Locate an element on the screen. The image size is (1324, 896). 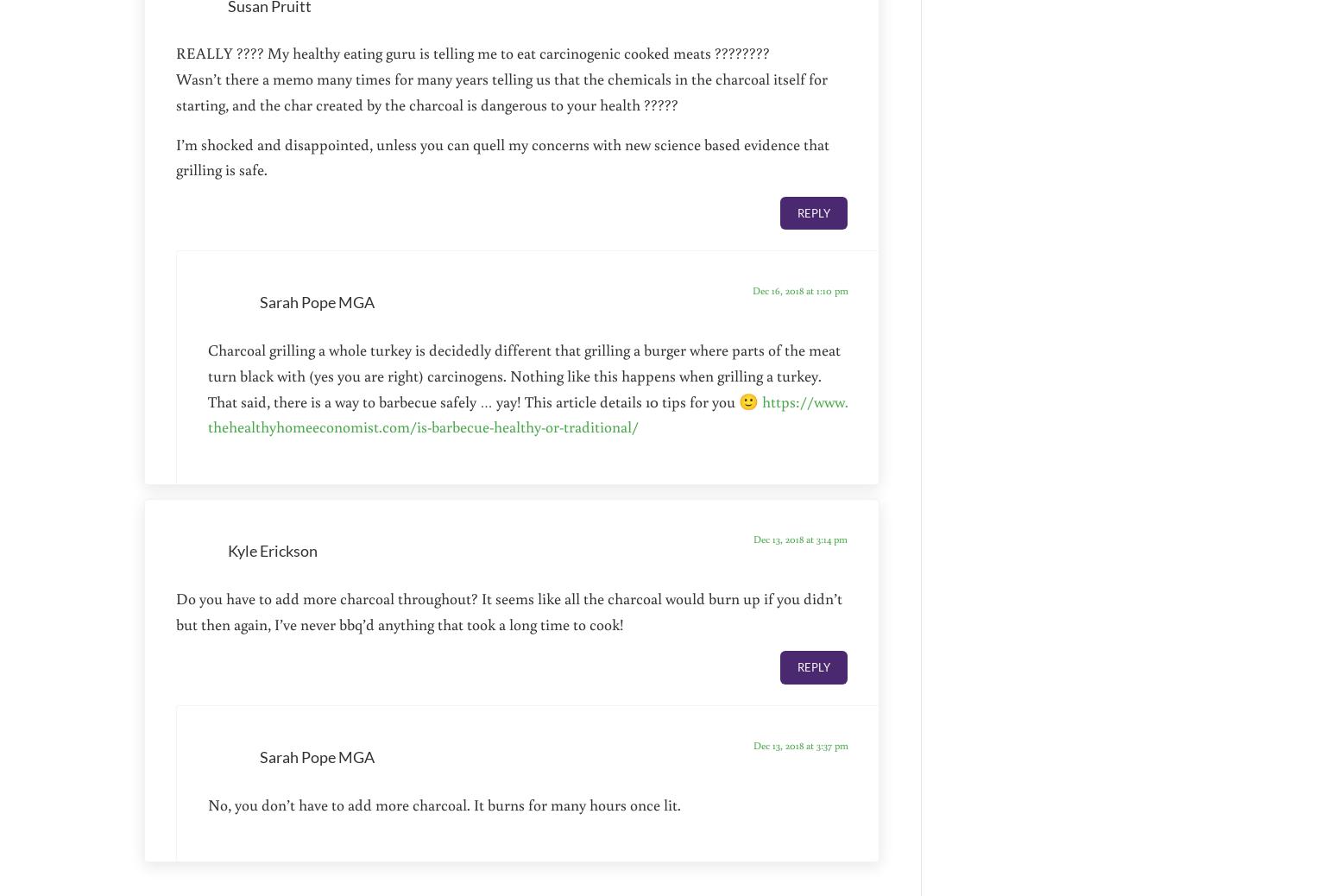
'Charcoal grilling a whole turkey is decidedly different that grilling a burger where parts of the meat turn black with (yes you are right) carcinogens. Nothing like this happens when grilling a turkey. That said, there is a way to barbecue safely … yay! This article details 10 tips for you 🙂' is located at coordinates (524, 375).